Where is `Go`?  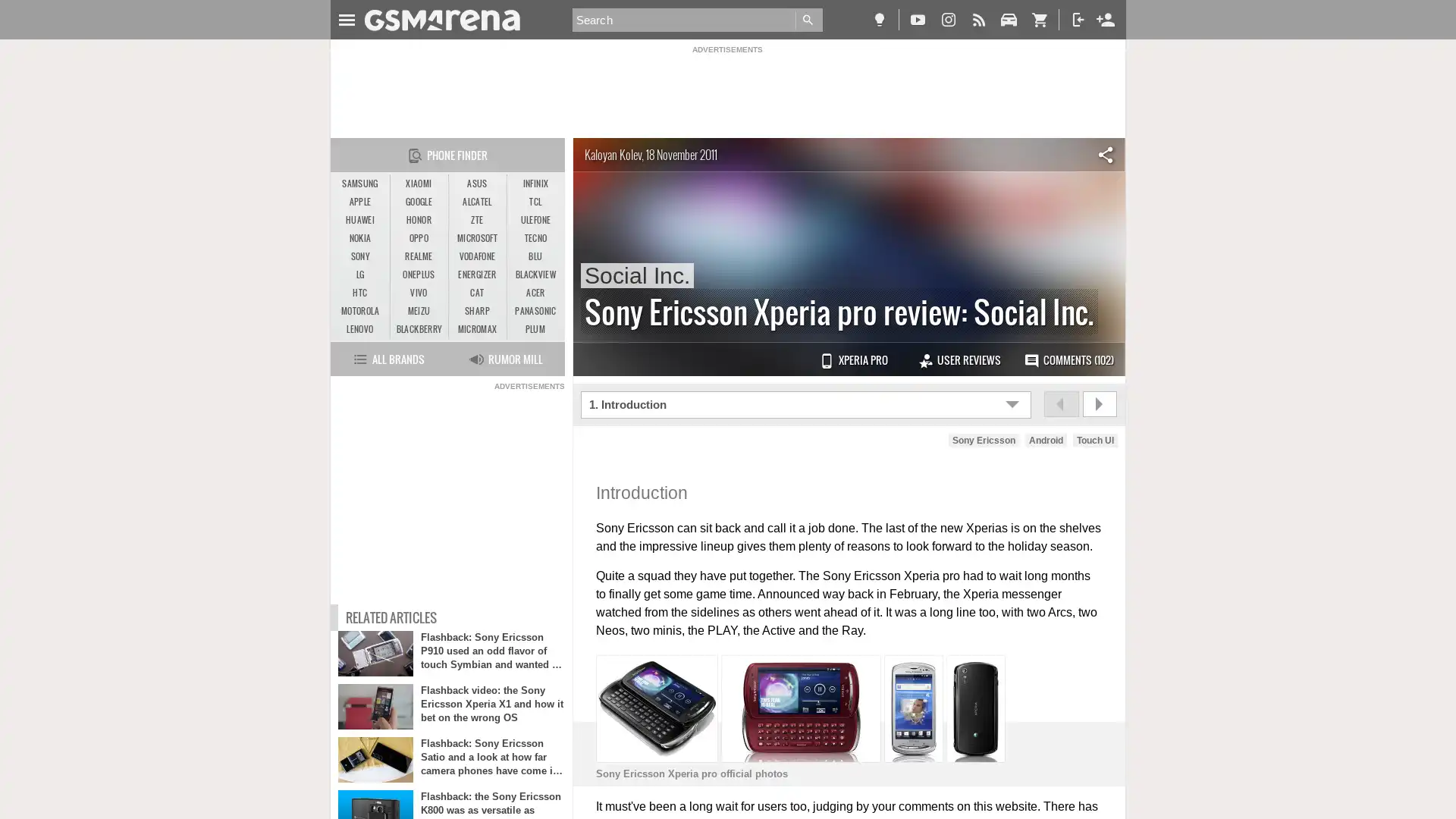
Go is located at coordinates (808, 20).